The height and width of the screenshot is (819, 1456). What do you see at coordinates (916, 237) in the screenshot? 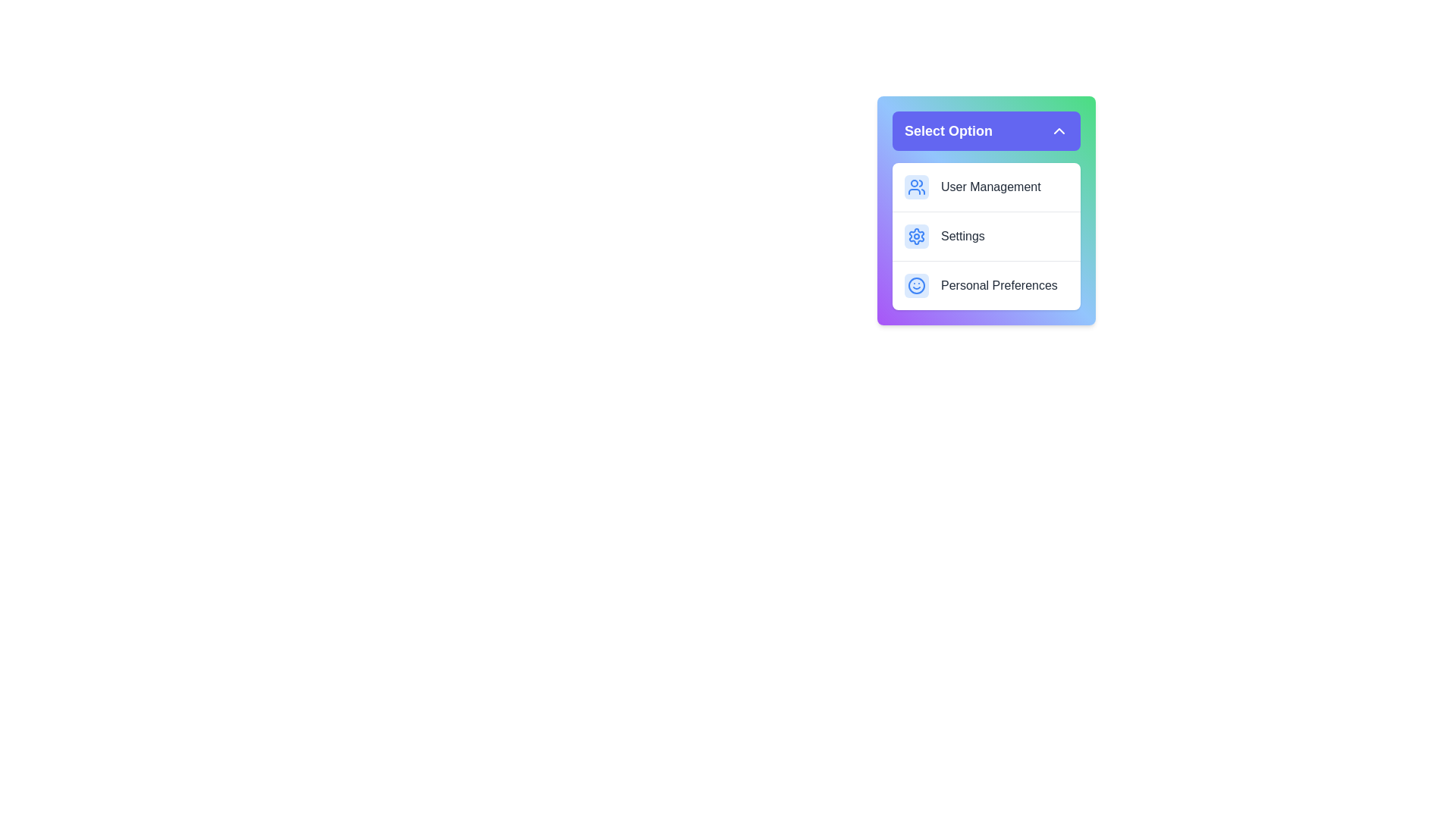
I see `the settings icon located in the dropdown menu below the 'Select Option' header` at bounding box center [916, 237].